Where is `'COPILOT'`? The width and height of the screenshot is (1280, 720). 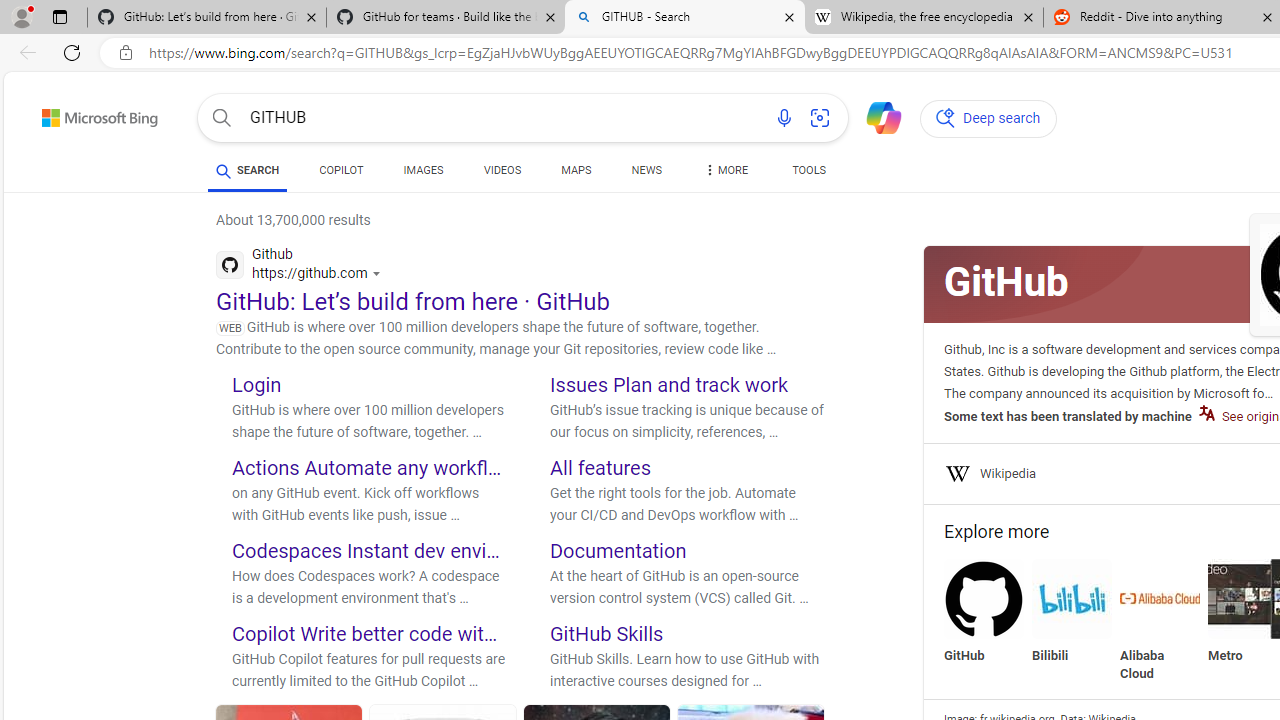
'COPILOT' is located at coordinates (341, 172).